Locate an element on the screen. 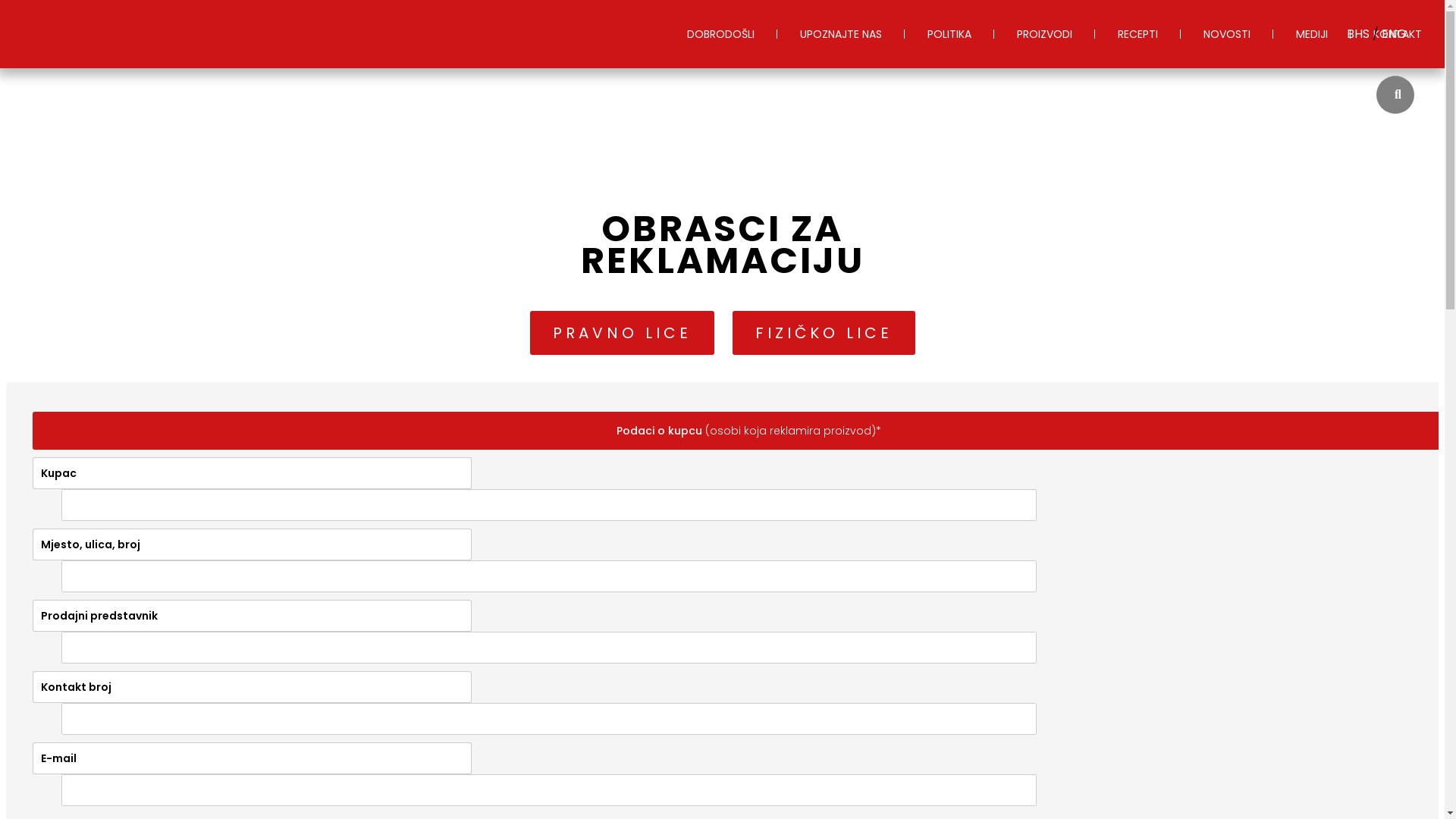 The height and width of the screenshot is (819, 1456). 'BHS' is located at coordinates (1360, 33).